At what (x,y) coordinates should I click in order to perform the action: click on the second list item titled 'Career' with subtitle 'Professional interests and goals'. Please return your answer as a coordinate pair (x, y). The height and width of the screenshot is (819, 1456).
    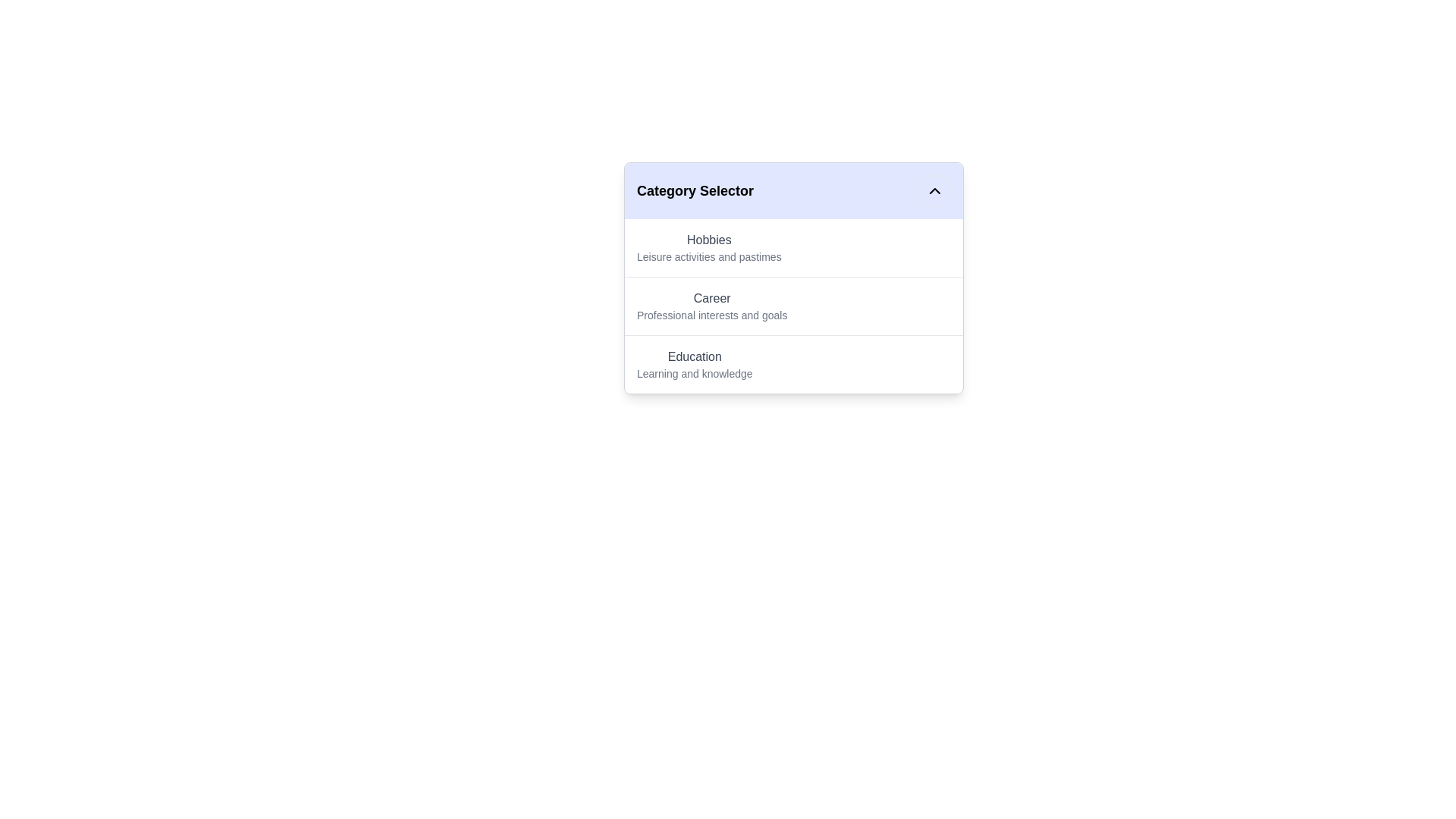
    Looking at the image, I should click on (792, 306).